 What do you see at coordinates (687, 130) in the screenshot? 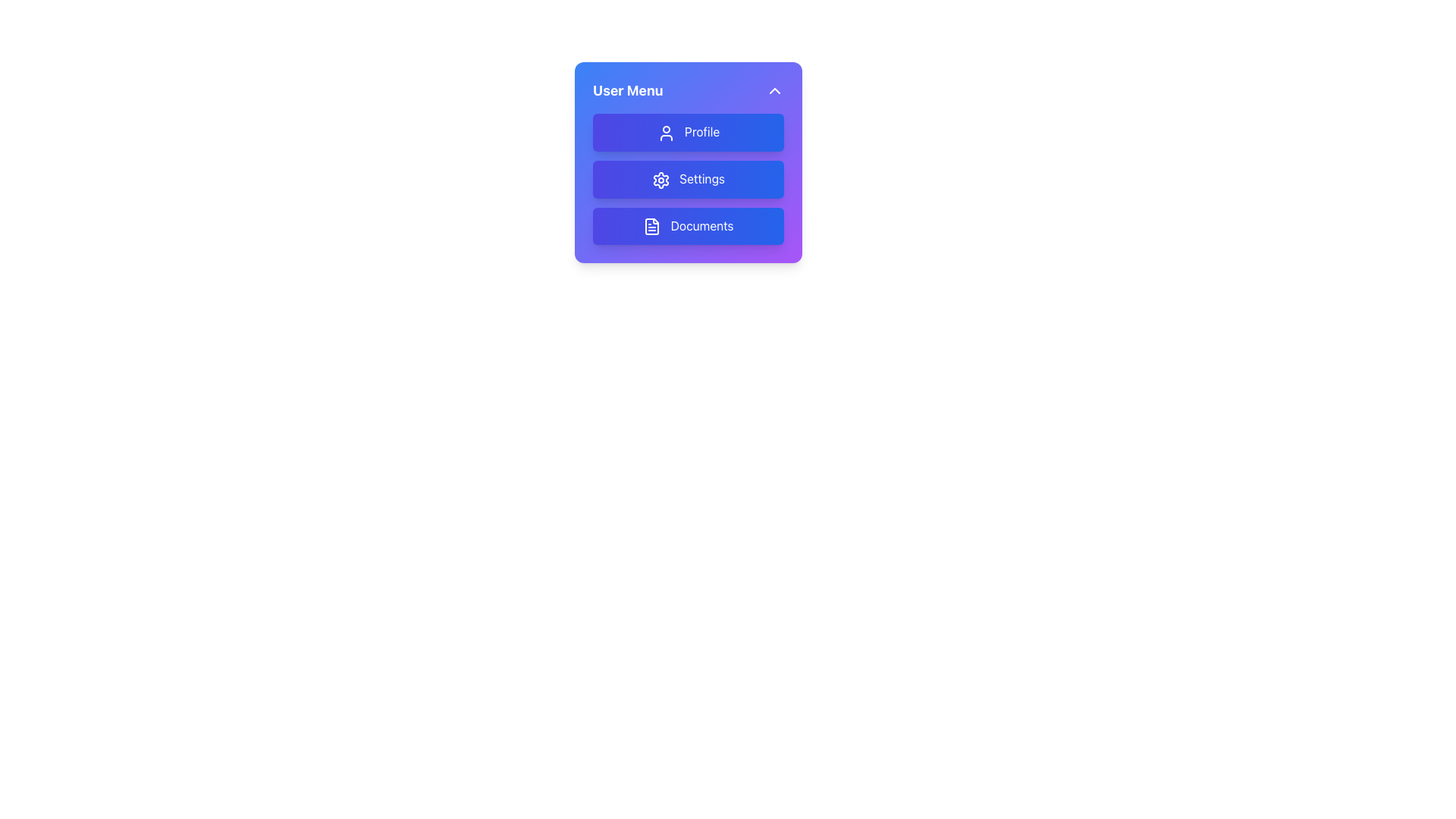
I see `the 'Profile' button, which is the first button in a vertical list with a gradient background and user icon, to trigger the hover state effect` at bounding box center [687, 130].